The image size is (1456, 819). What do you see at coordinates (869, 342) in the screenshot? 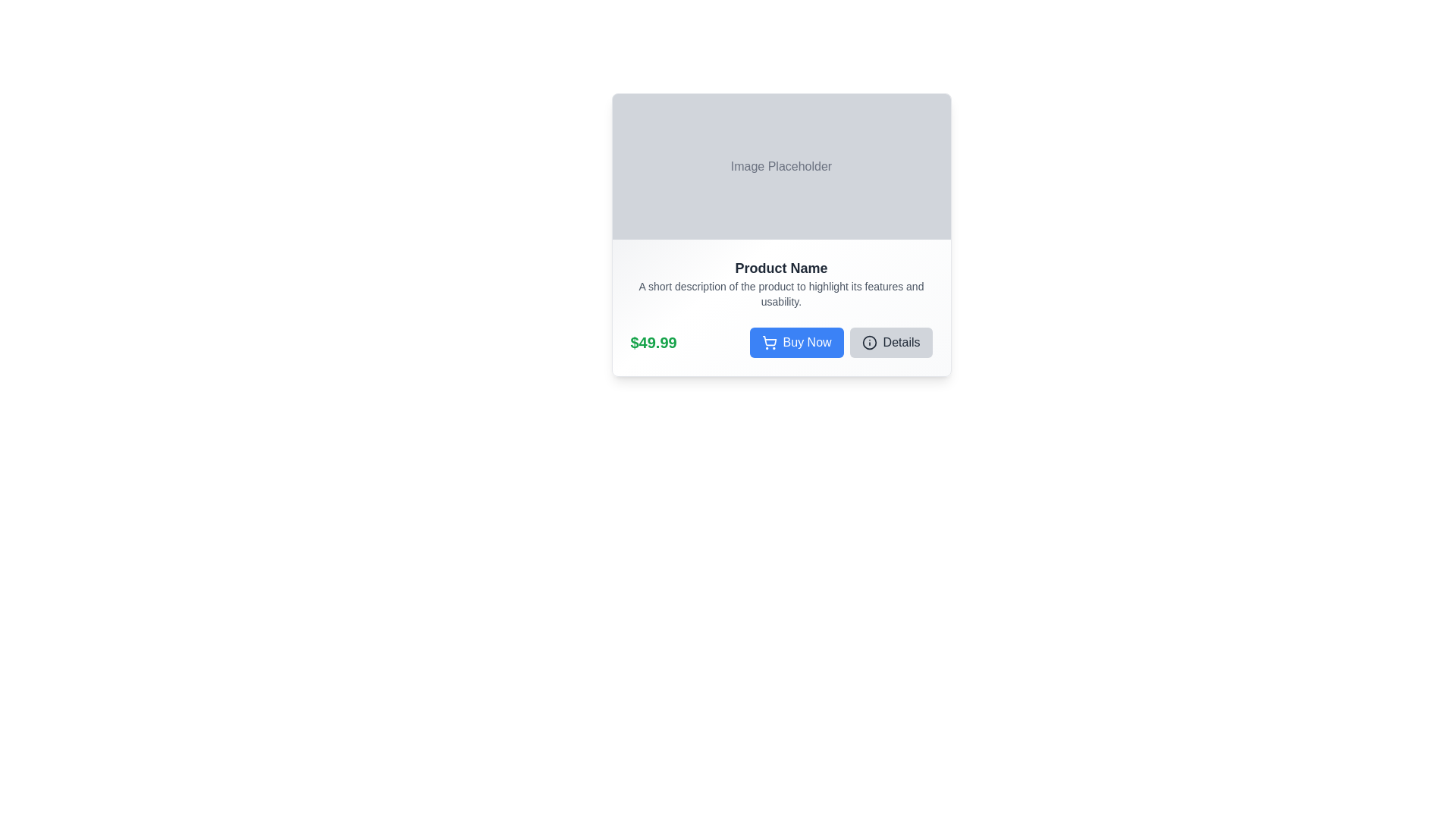
I see `the decorative SVG circle element that symbolizes information within the product card interface` at bounding box center [869, 342].